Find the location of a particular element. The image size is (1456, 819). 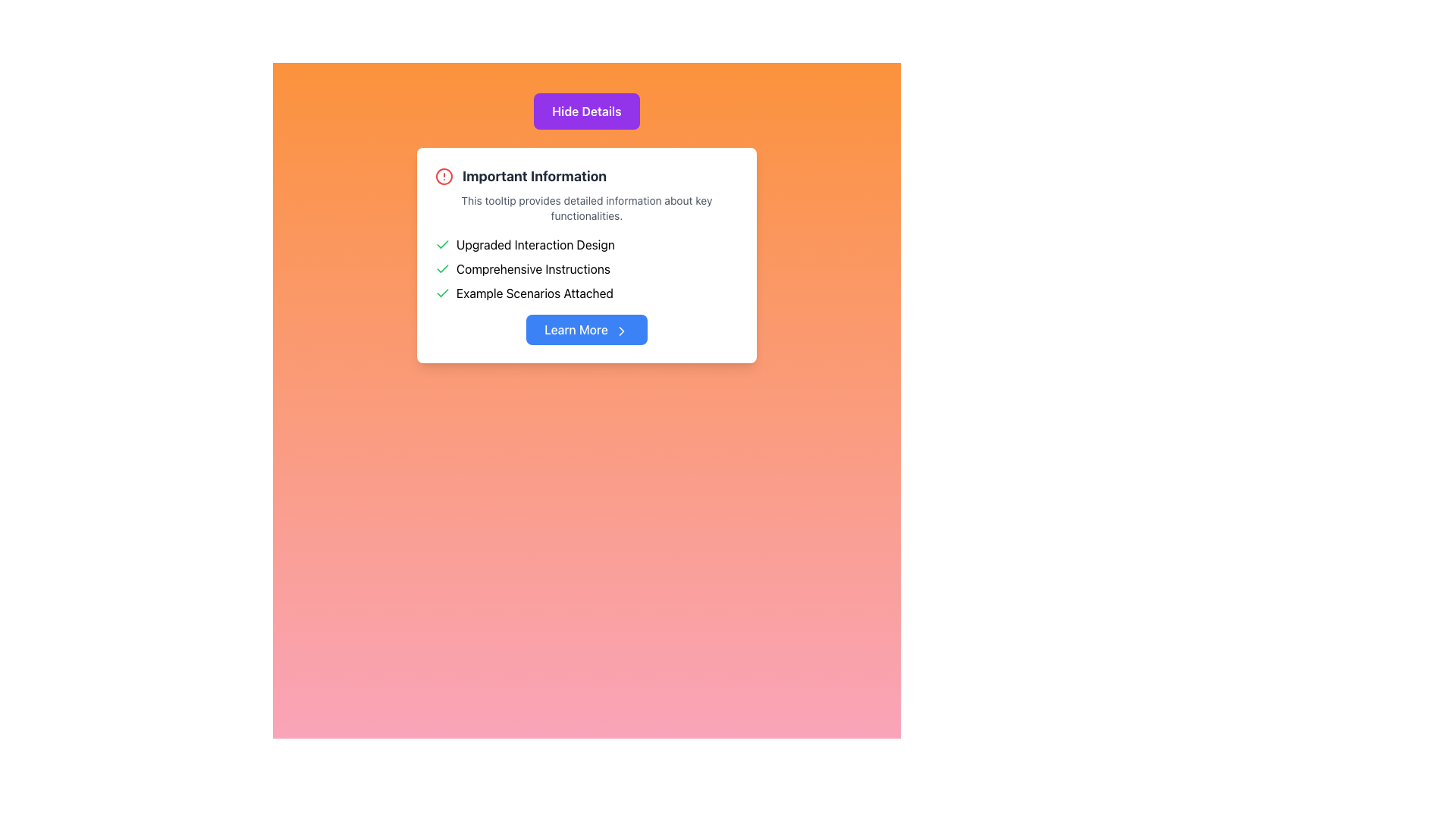

the text label with an icon that indicates example scenarios are attached, located under the 'Important Information' section is located at coordinates (585, 293).